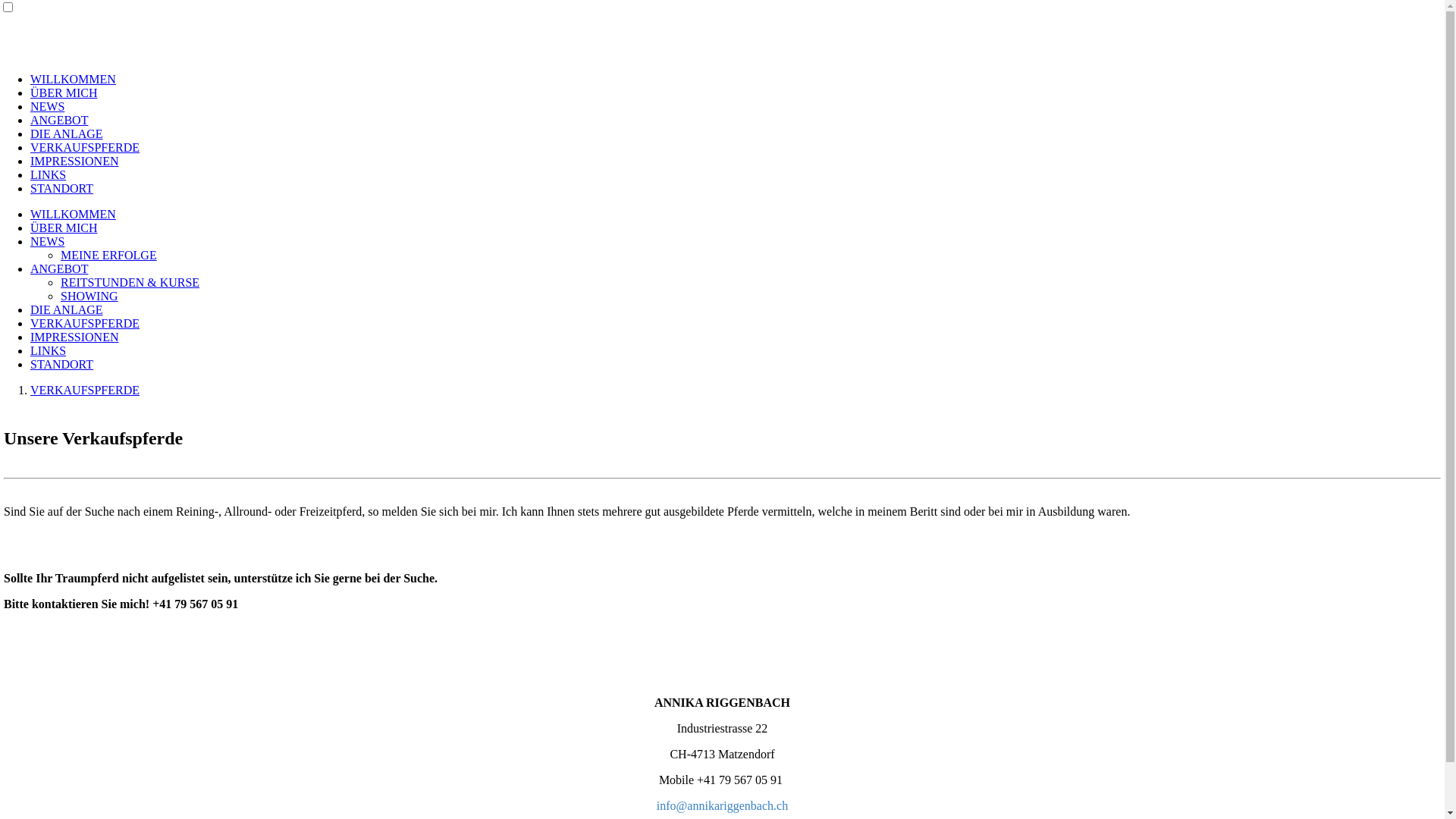  What do you see at coordinates (721, 805) in the screenshot?
I see `'info@annikariggenbach.ch'` at bounding box center [721, 805].